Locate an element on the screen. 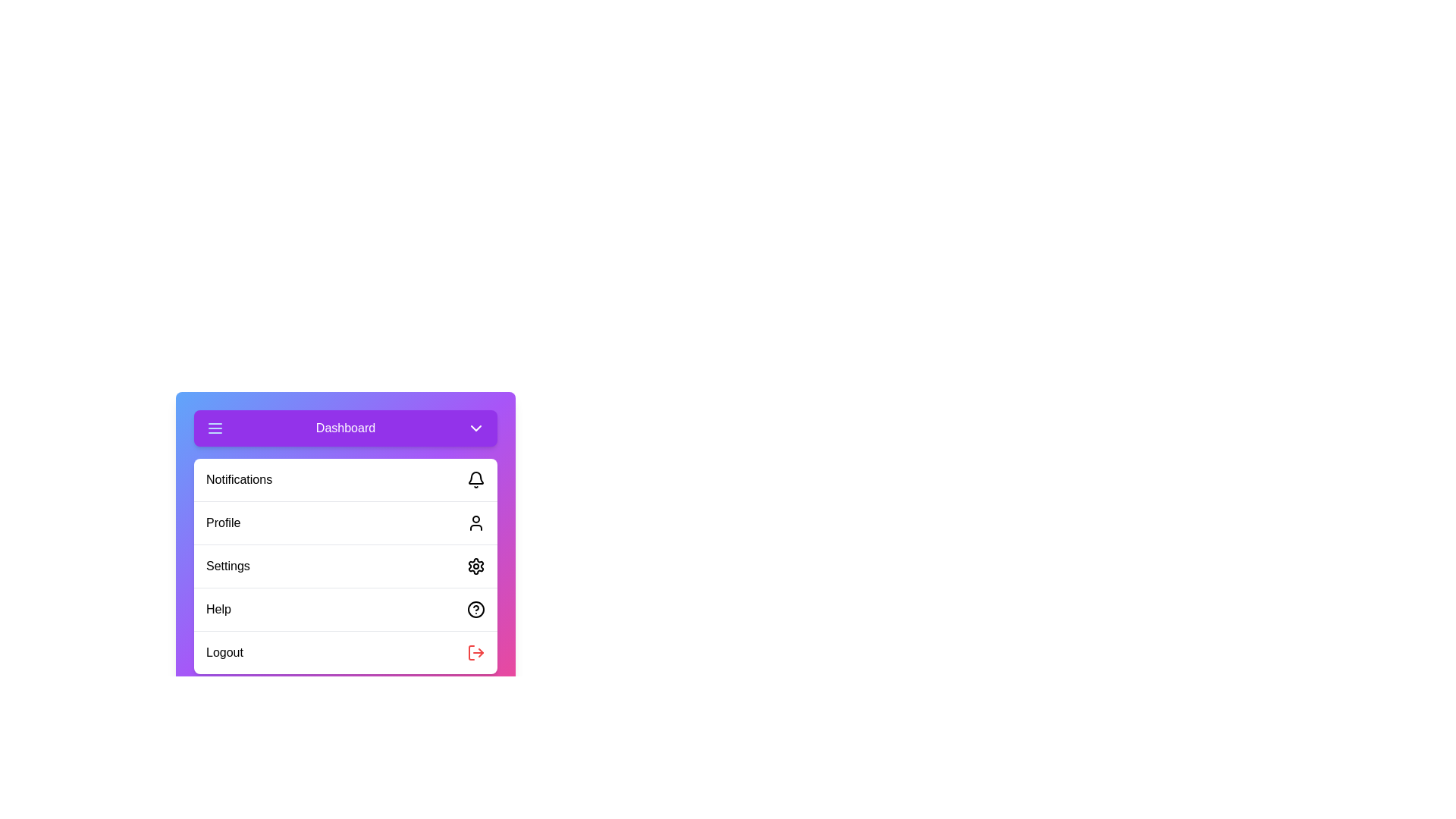 Image resolution: width=1456 pixels, height=819 pixels. the menu item Logout from the menu is located at coordinates (345, 651).